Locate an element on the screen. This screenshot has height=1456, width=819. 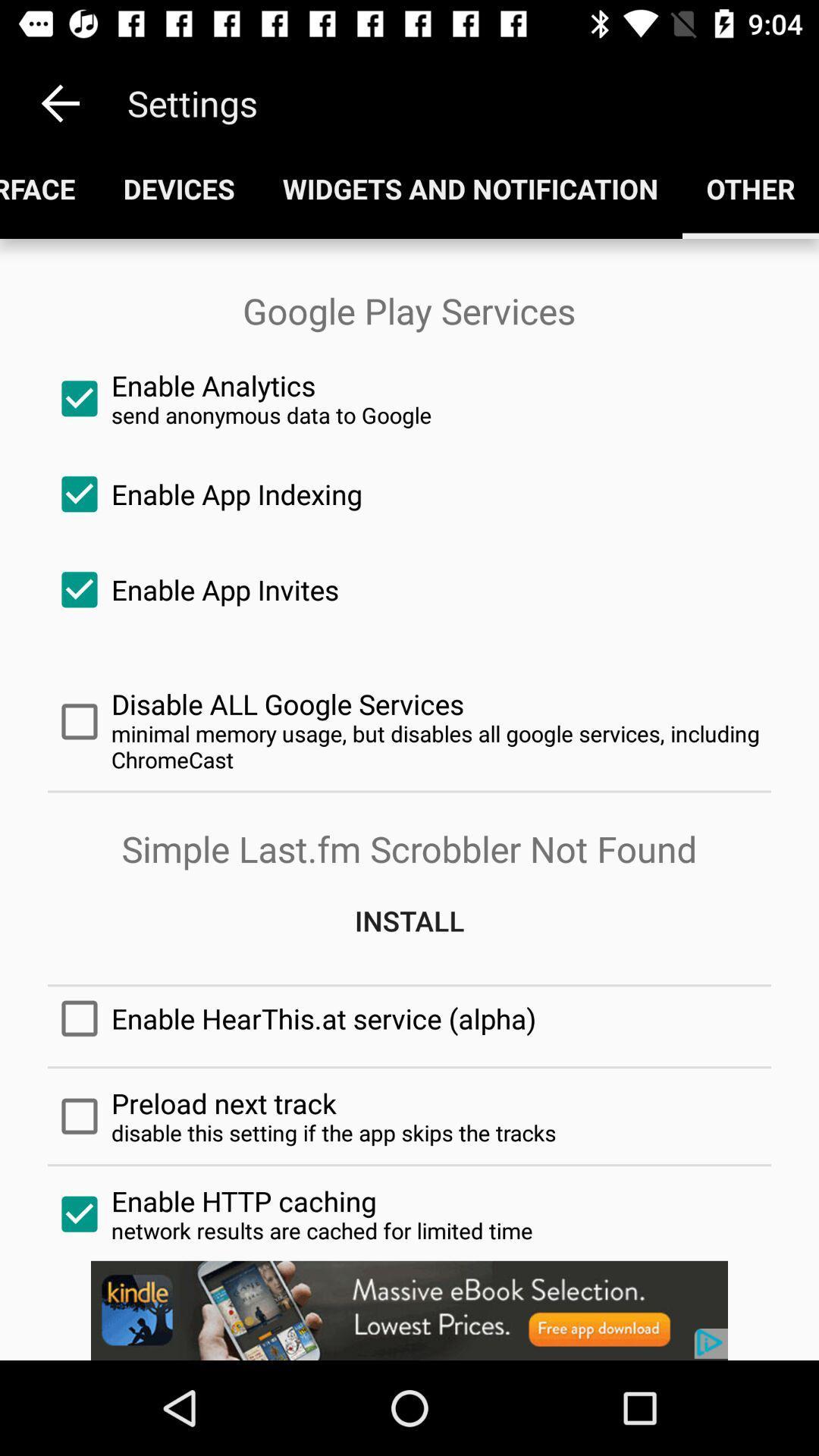
enable app invites text option is located at coordinates (409, 588).